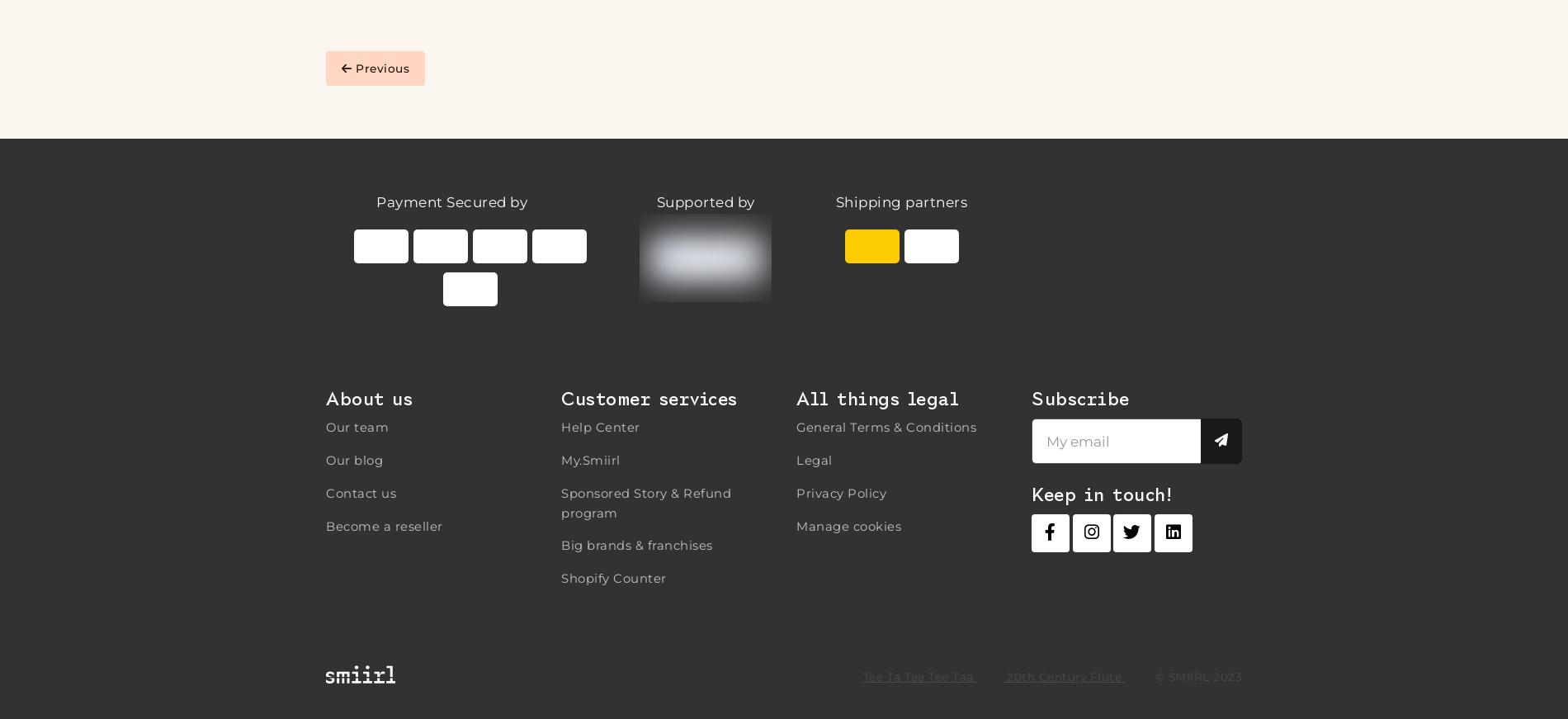 The image size is (1568, 719). What do you see at coordinates (357, 427) in the screenshot?
I see `'Our team'` at bounding box center [357, 427].